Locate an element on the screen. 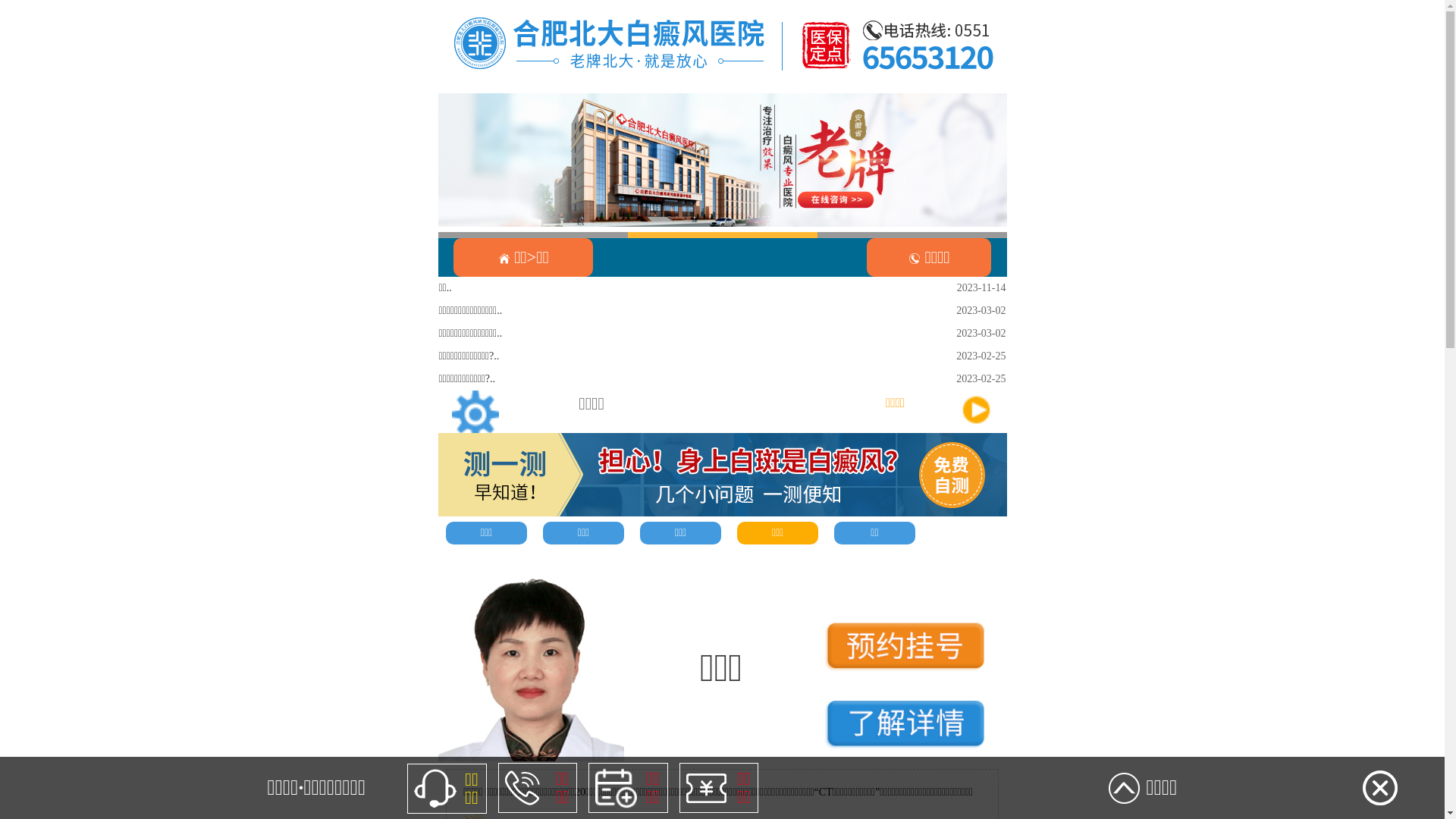  'logo' is located at coordinates (722, 45).